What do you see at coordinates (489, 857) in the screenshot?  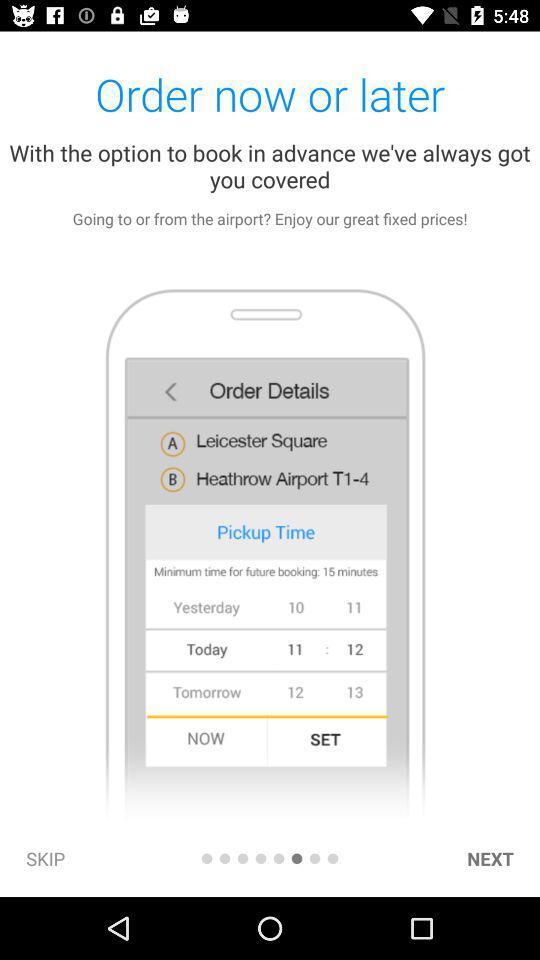 I see `next` at bounding box center [489, 857].